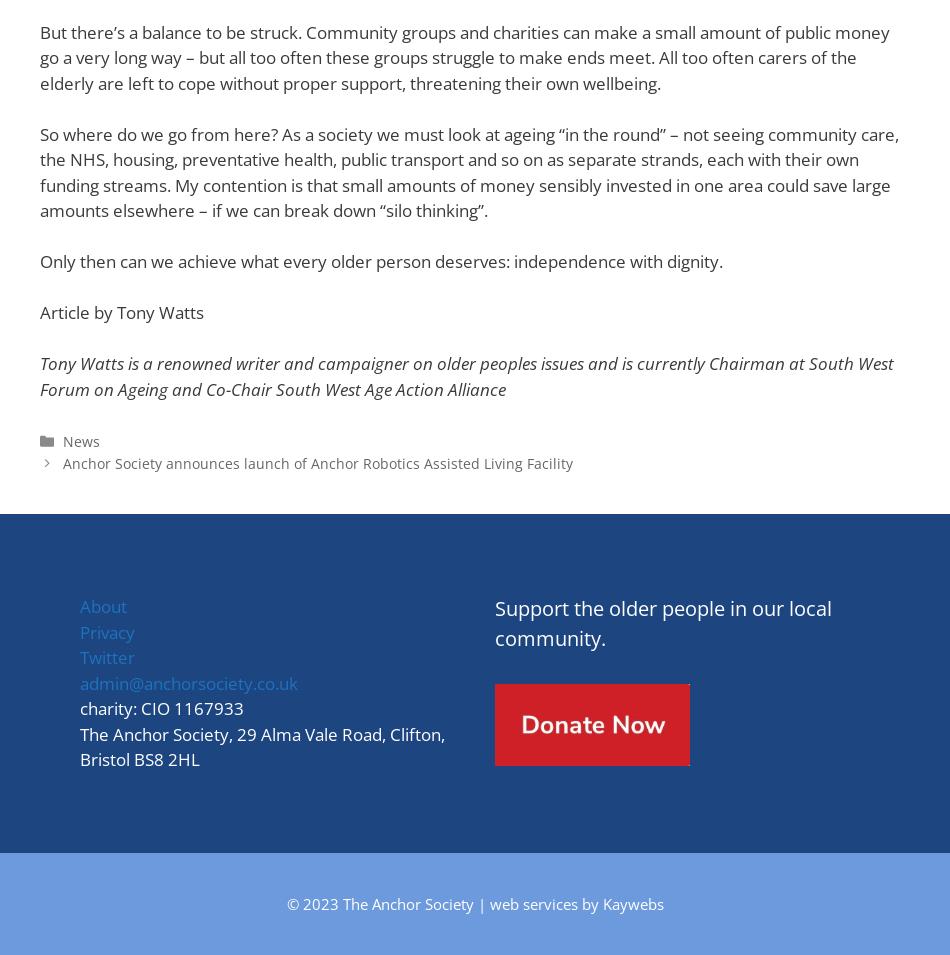 The width and height of the screenshot is (950, 955). Describe the element at coordinates (121, 312) in the screenshot. I see `'Article by Tony Watts'` at that location.